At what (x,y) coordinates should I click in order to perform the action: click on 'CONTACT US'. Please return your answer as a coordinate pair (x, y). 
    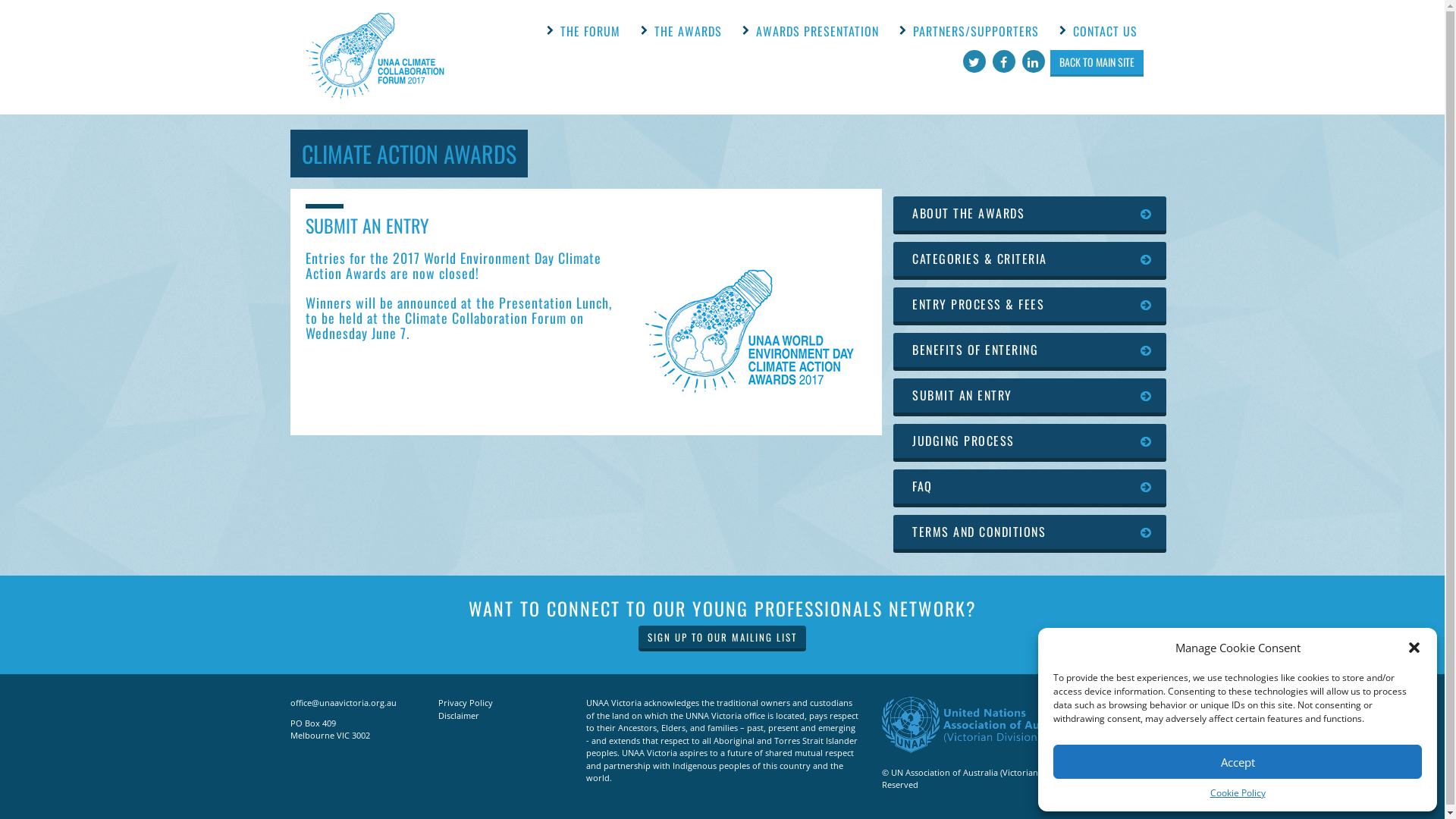
    Looking at the image, I should click on (1104, 31).